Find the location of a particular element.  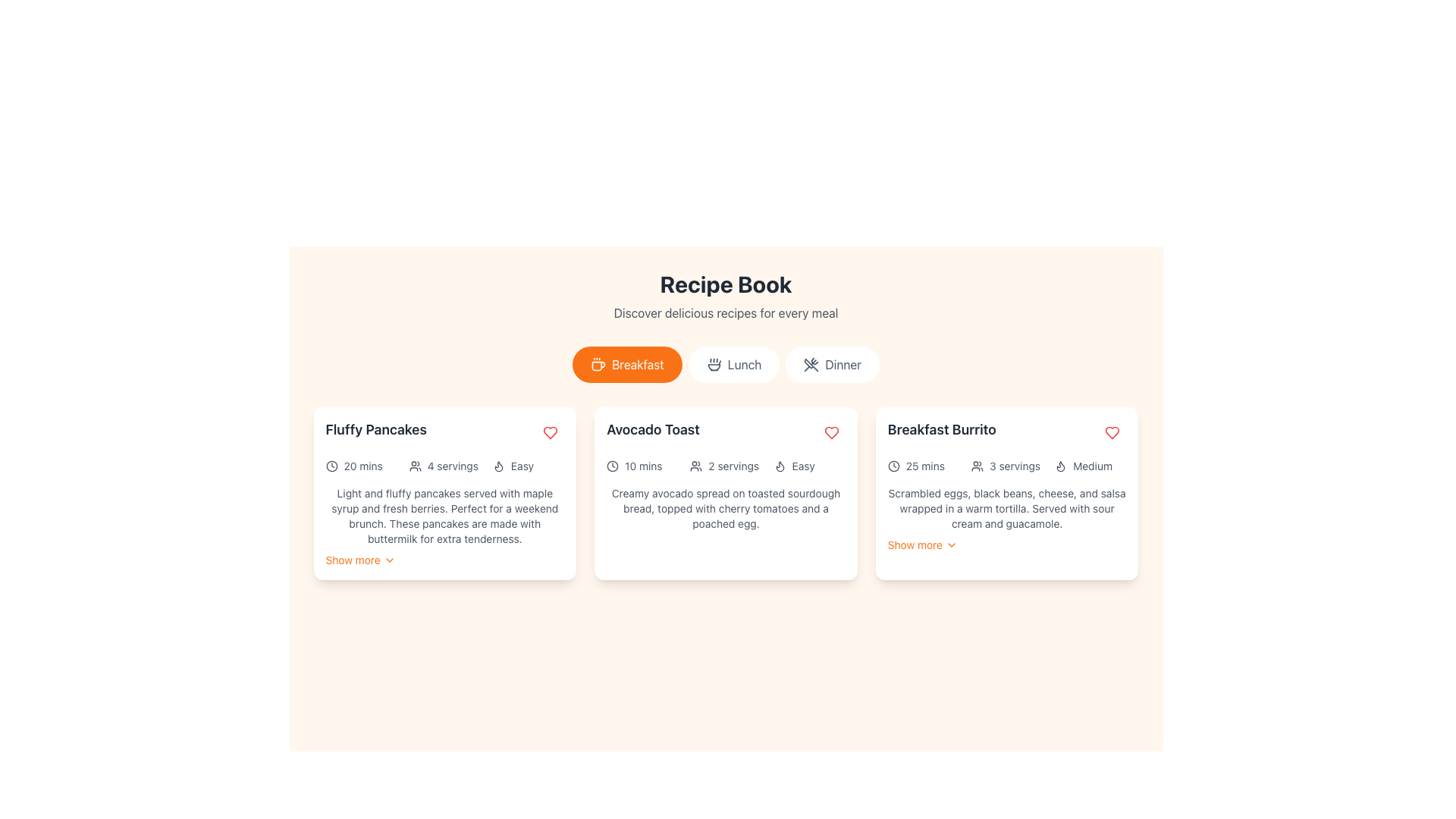

the '25 mins' text label with the clock icon in the recipe card for 'Breakfast Burrito' located at the top left portion of the recipe details is located at coordinates (922, 465).